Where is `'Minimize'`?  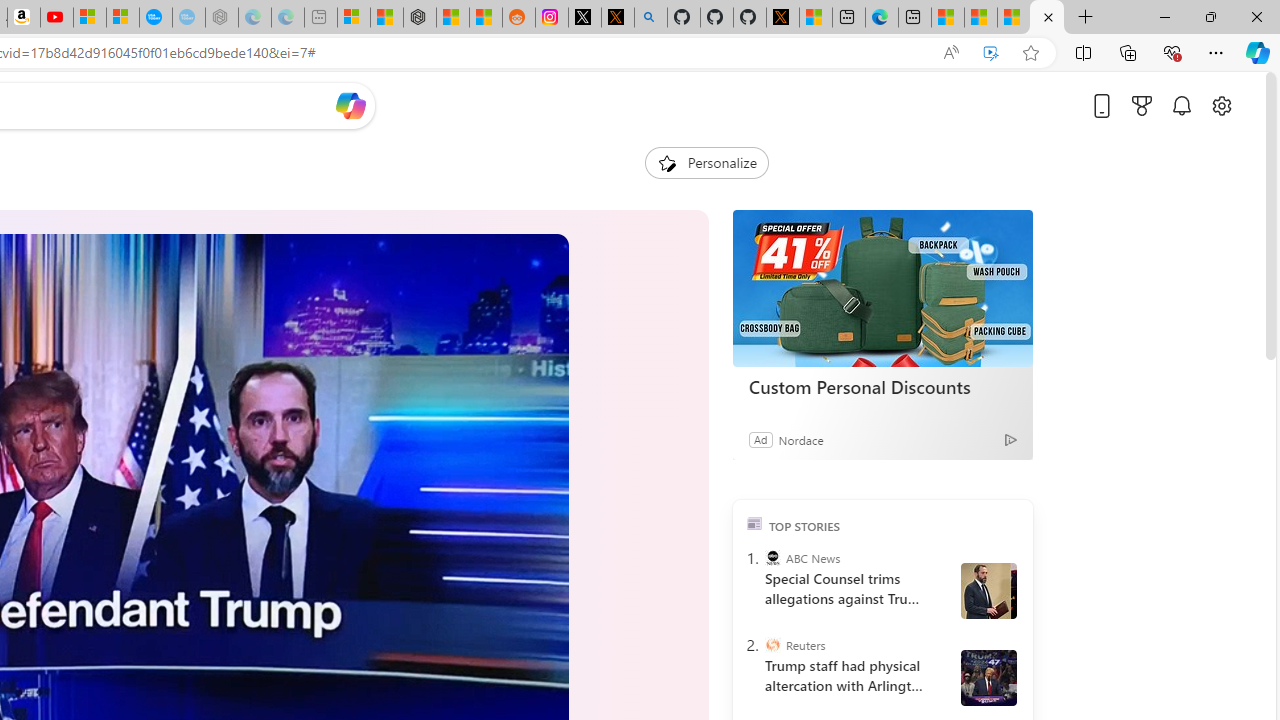
'Minimize' is located at coordinates (1164, 16).